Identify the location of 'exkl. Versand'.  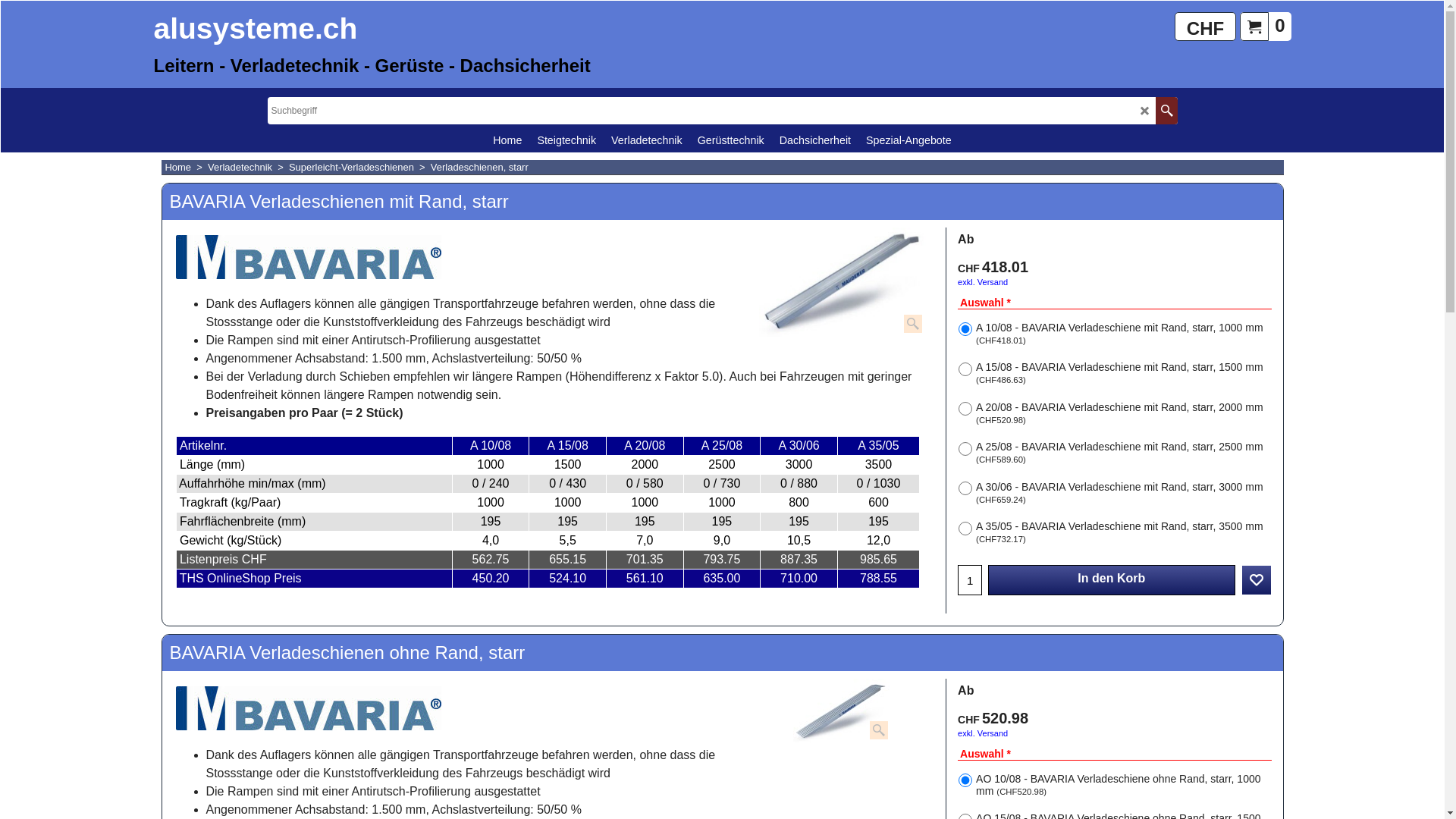
(983, 281).